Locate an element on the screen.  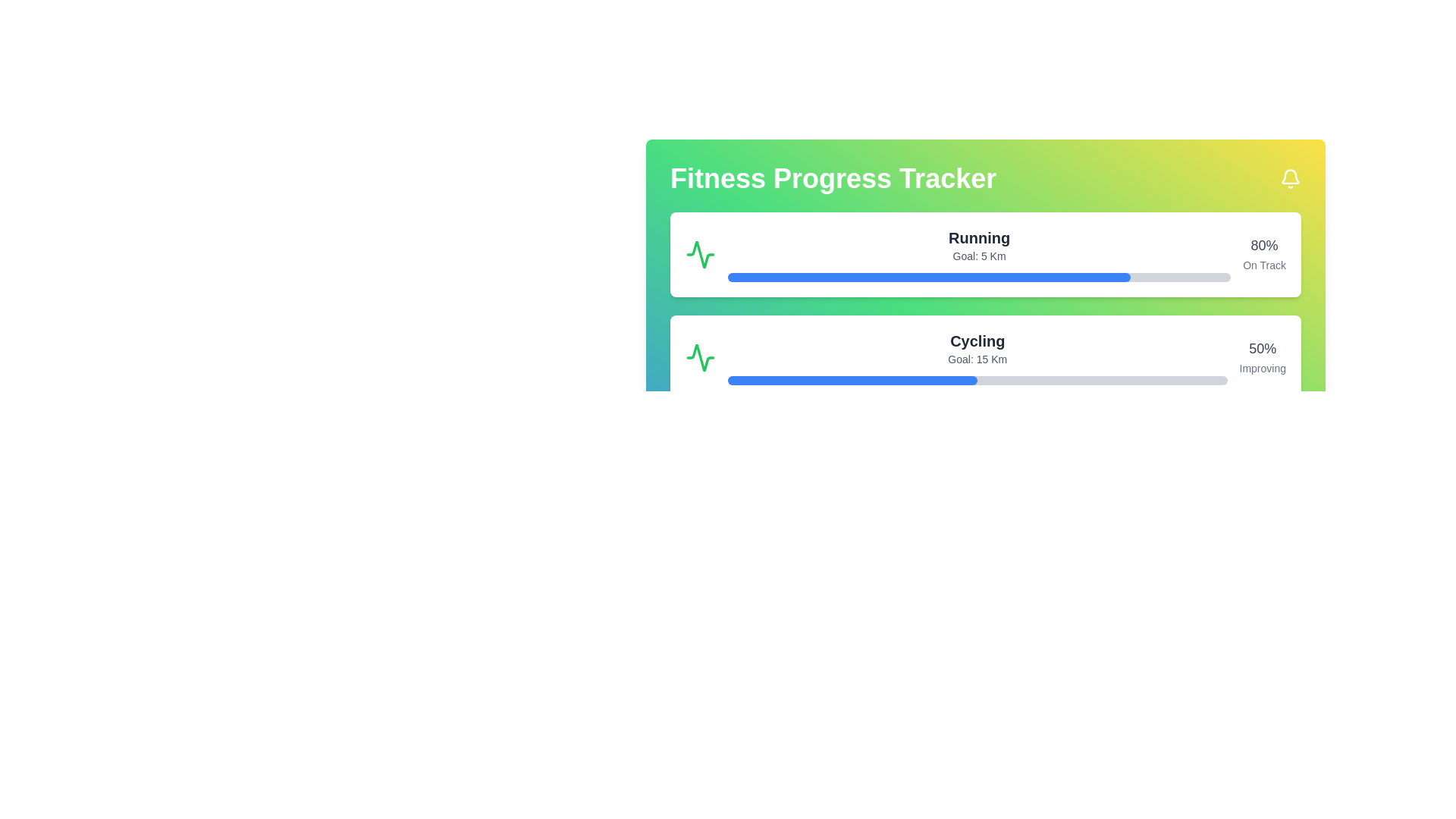
the 'Cycling' activity icon located within the 'Cycling' progress tracker card, positioned to the left of the card towards the top is located at coordinates (700, 357).